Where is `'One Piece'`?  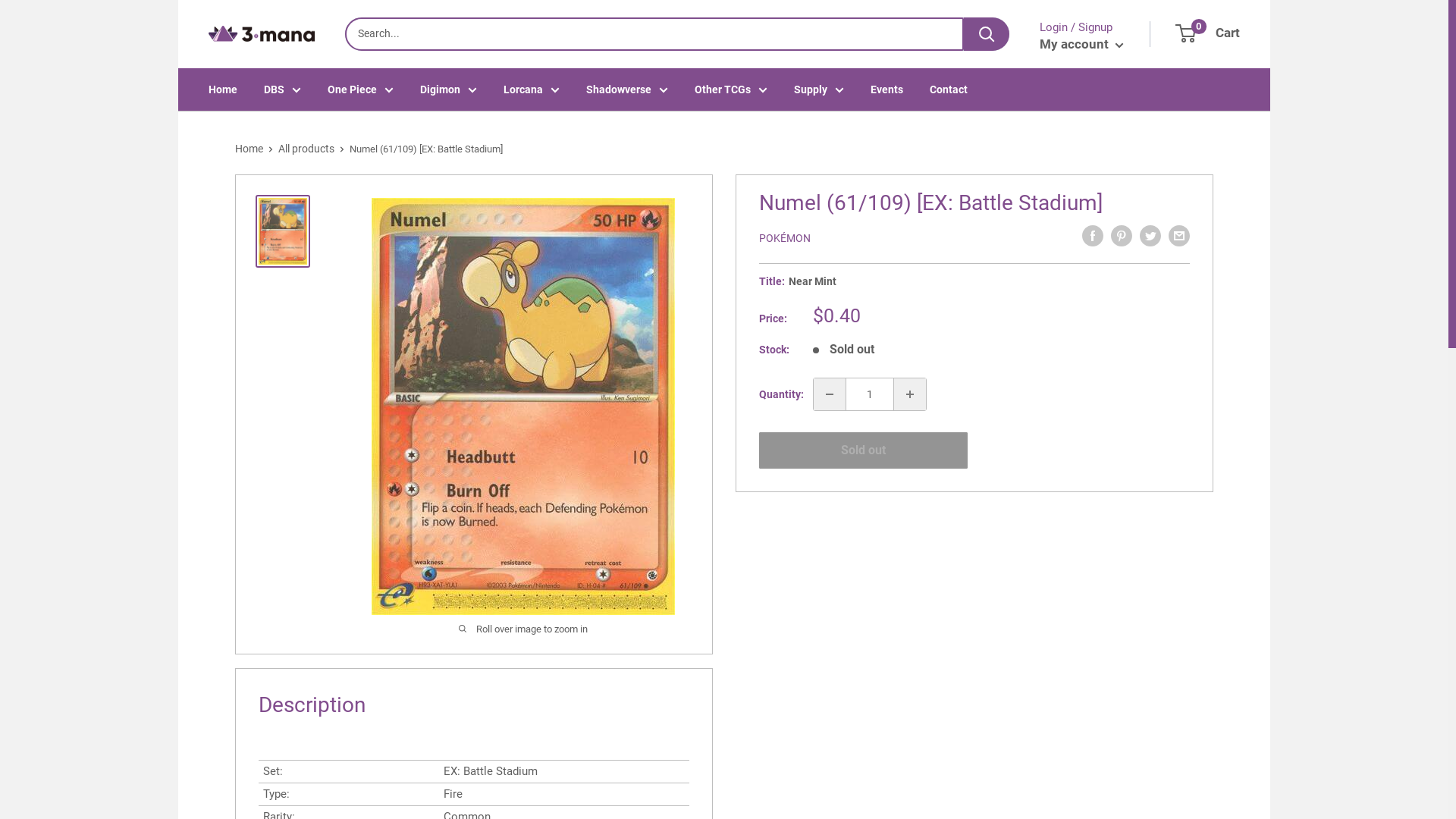 'One Piece' is located at coordinates (327, 89).